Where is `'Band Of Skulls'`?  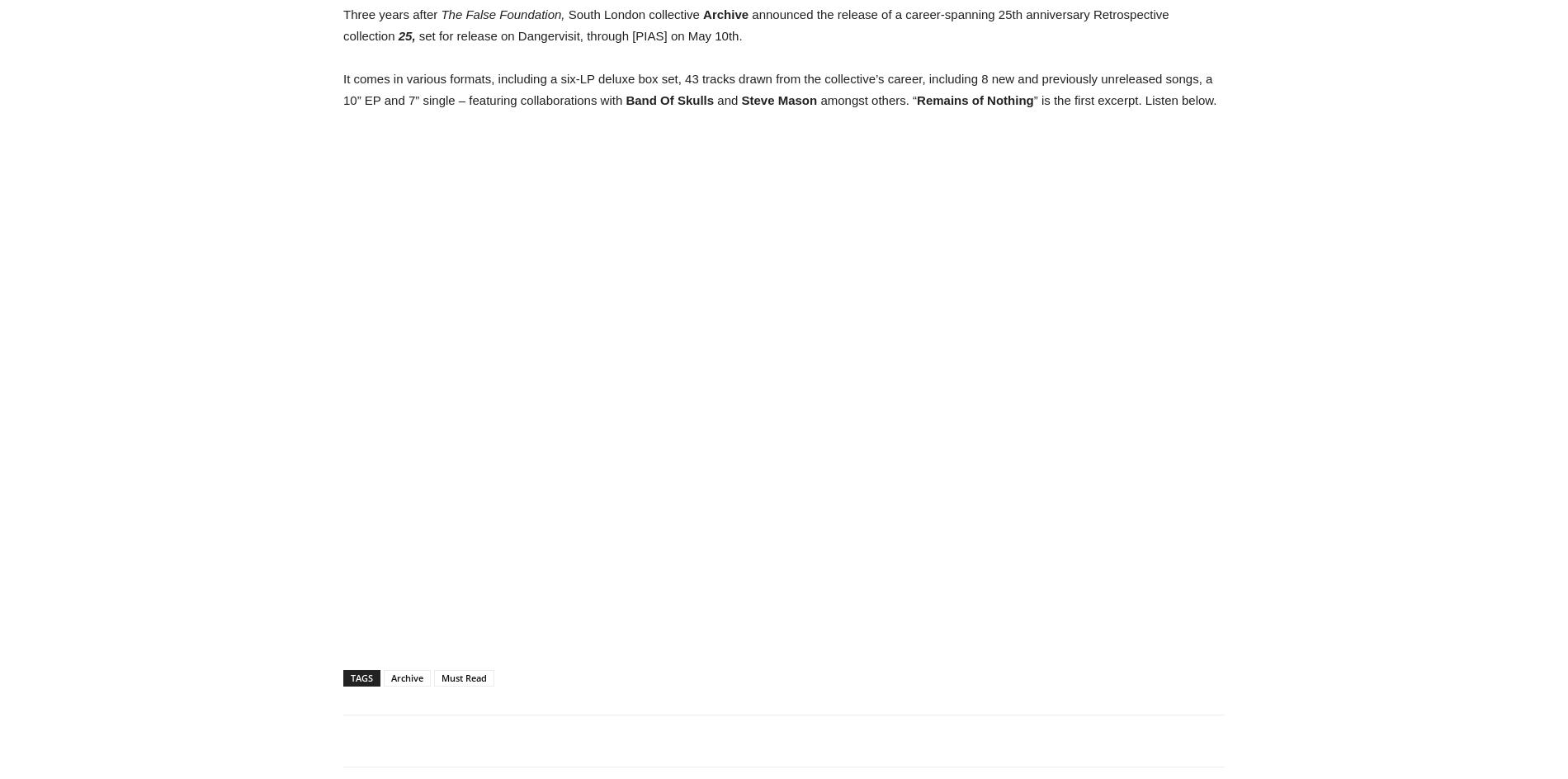
'Band Of Skulls' is located at coordinates (668, 100).